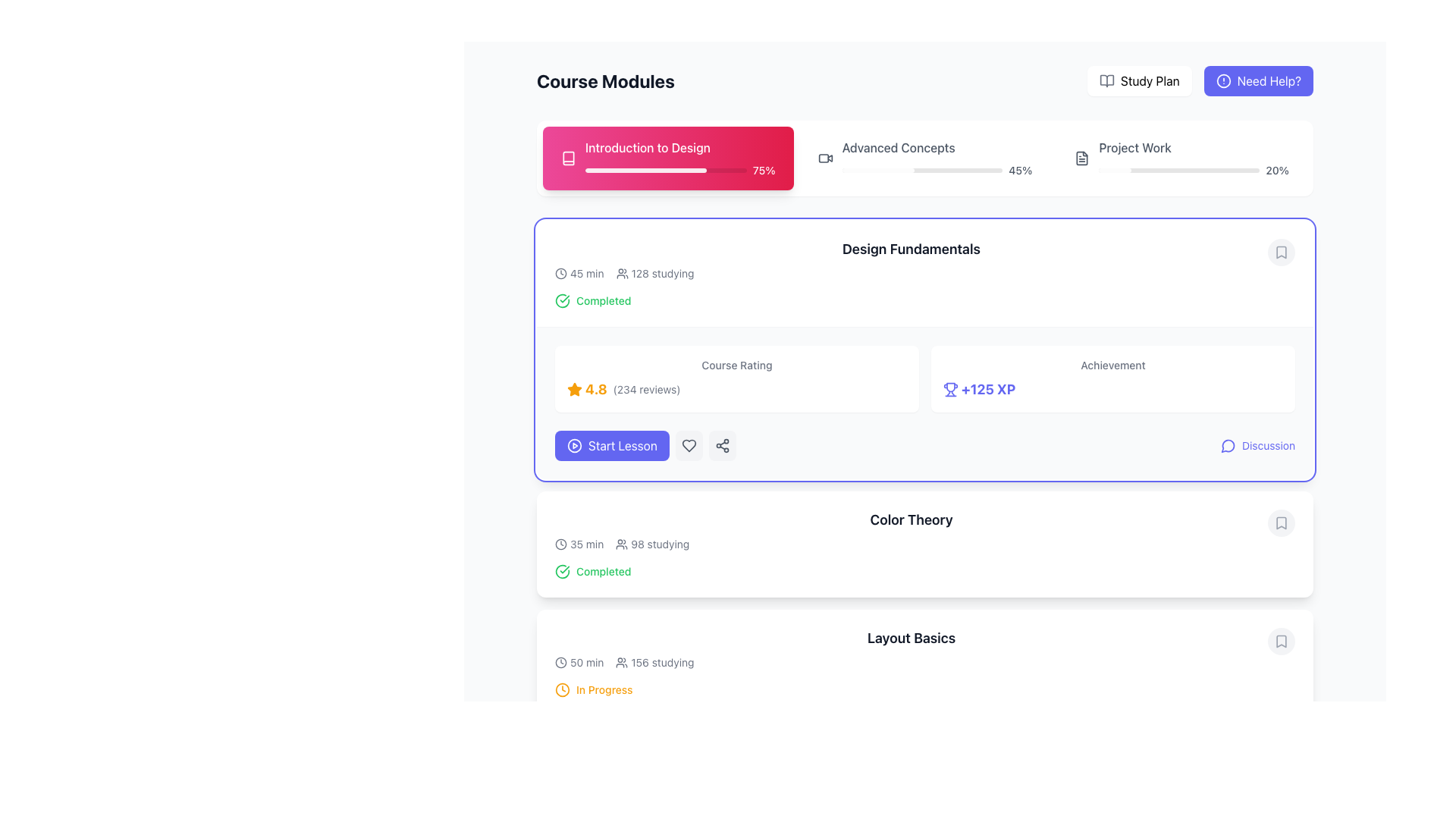 Image resolution: width=1456 pixels, height=819 pixels. Describe the element at coordinates (562, 571) in the screenshot. I see `the green circular icon with a checkmark inside, which indicates the 'Completed' status for the 'Color Theory' module` at that location.